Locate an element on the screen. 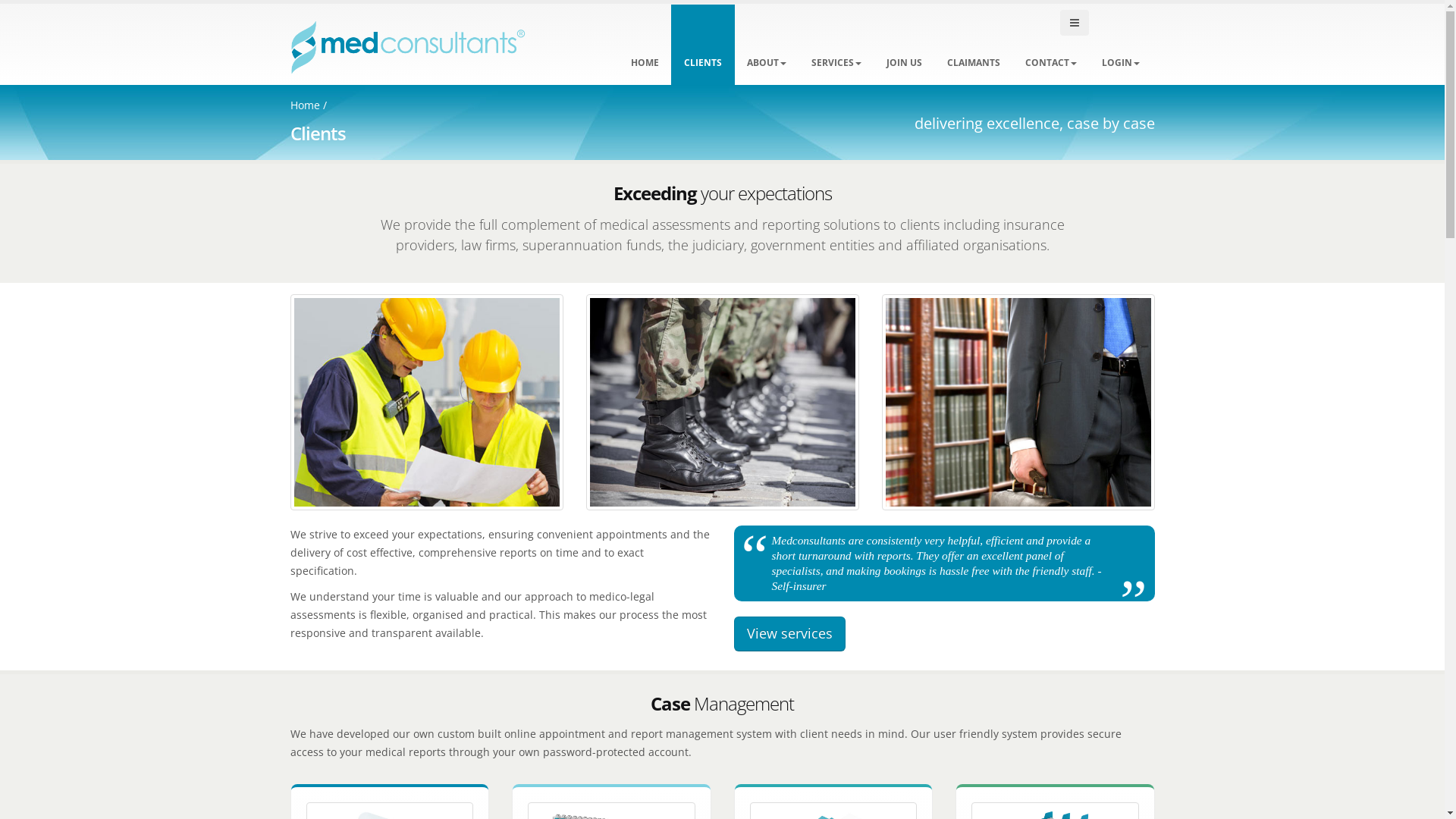 This screenshot has width=1456, height=819. 'HOME' is located at coordinates (644, 44).